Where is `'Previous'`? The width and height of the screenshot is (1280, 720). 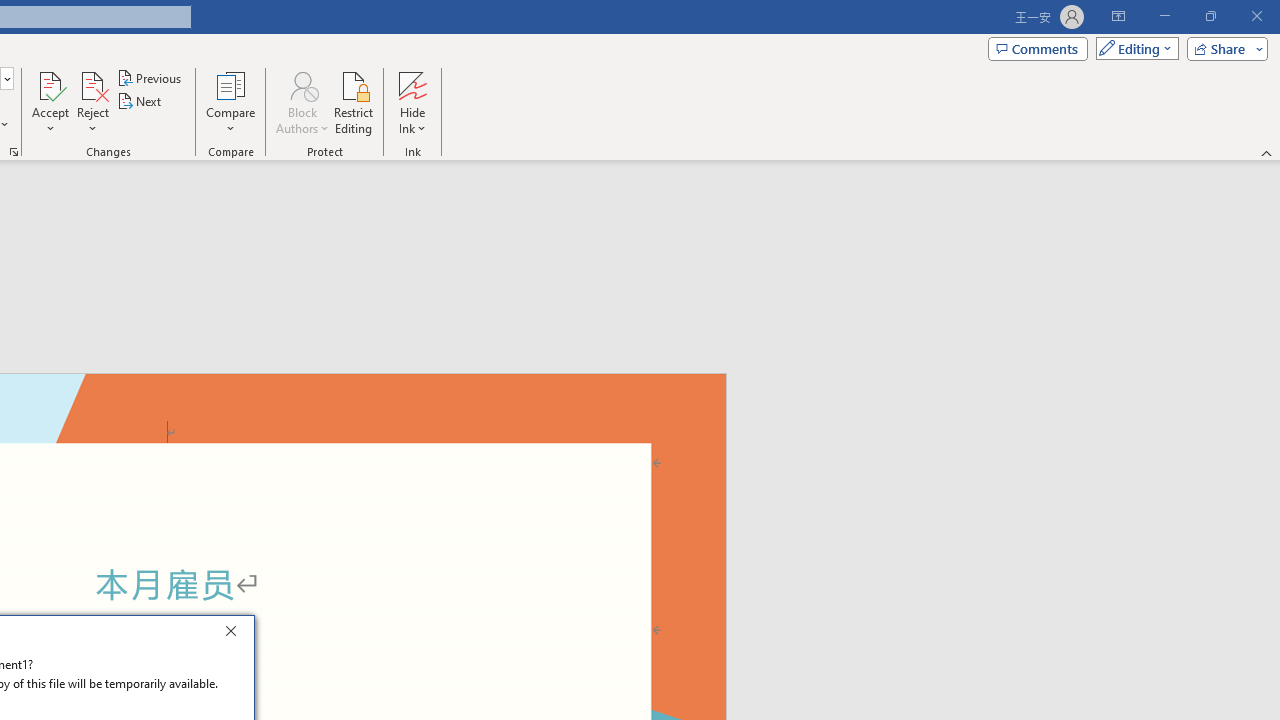
'Previous' is located at coordinates (150, 77).